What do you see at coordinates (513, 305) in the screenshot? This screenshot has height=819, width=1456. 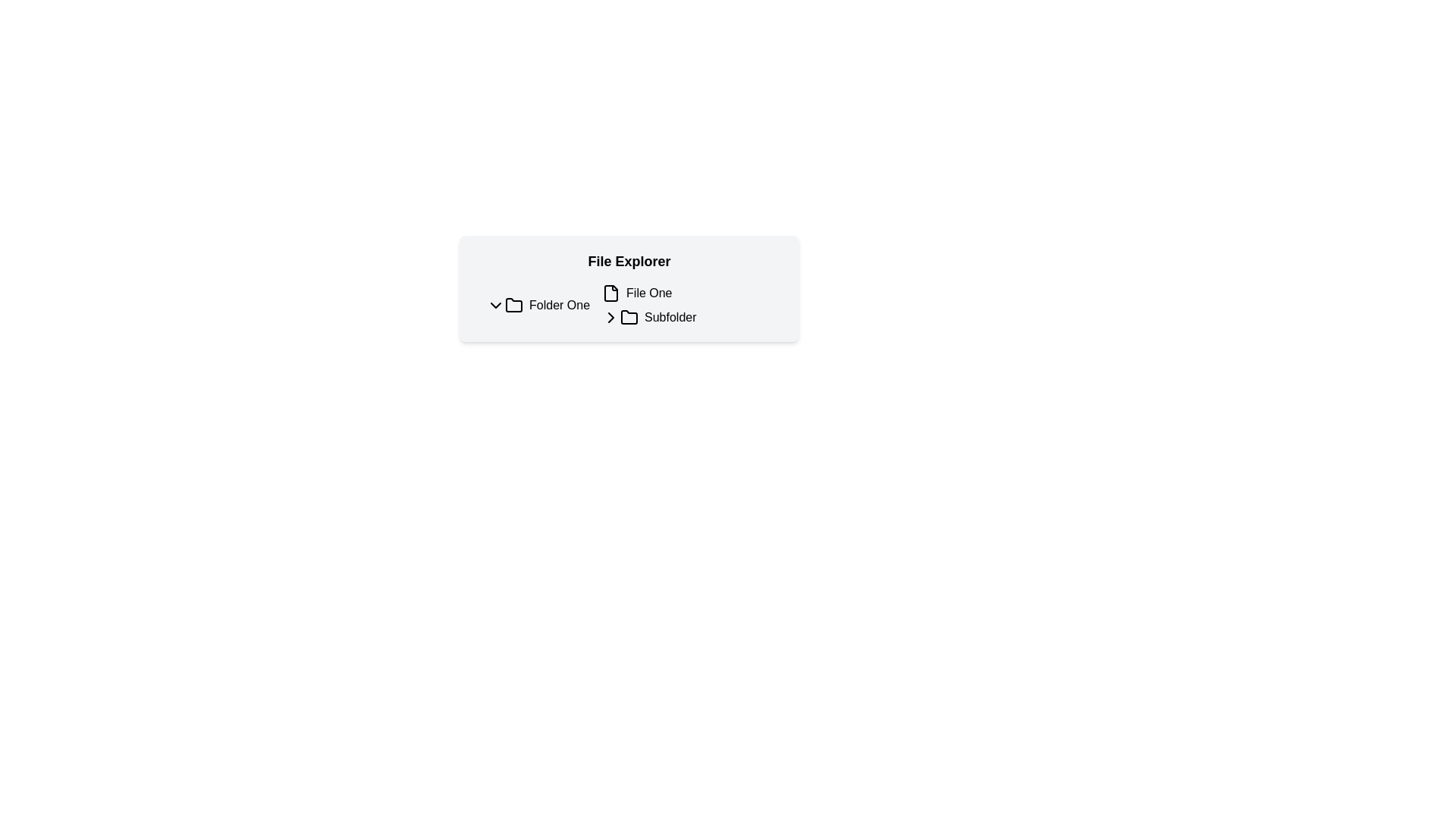 I see `the folder icon associated with the text label 'Folder One' in the File Explorer interface` at bounding box center [513, 305].